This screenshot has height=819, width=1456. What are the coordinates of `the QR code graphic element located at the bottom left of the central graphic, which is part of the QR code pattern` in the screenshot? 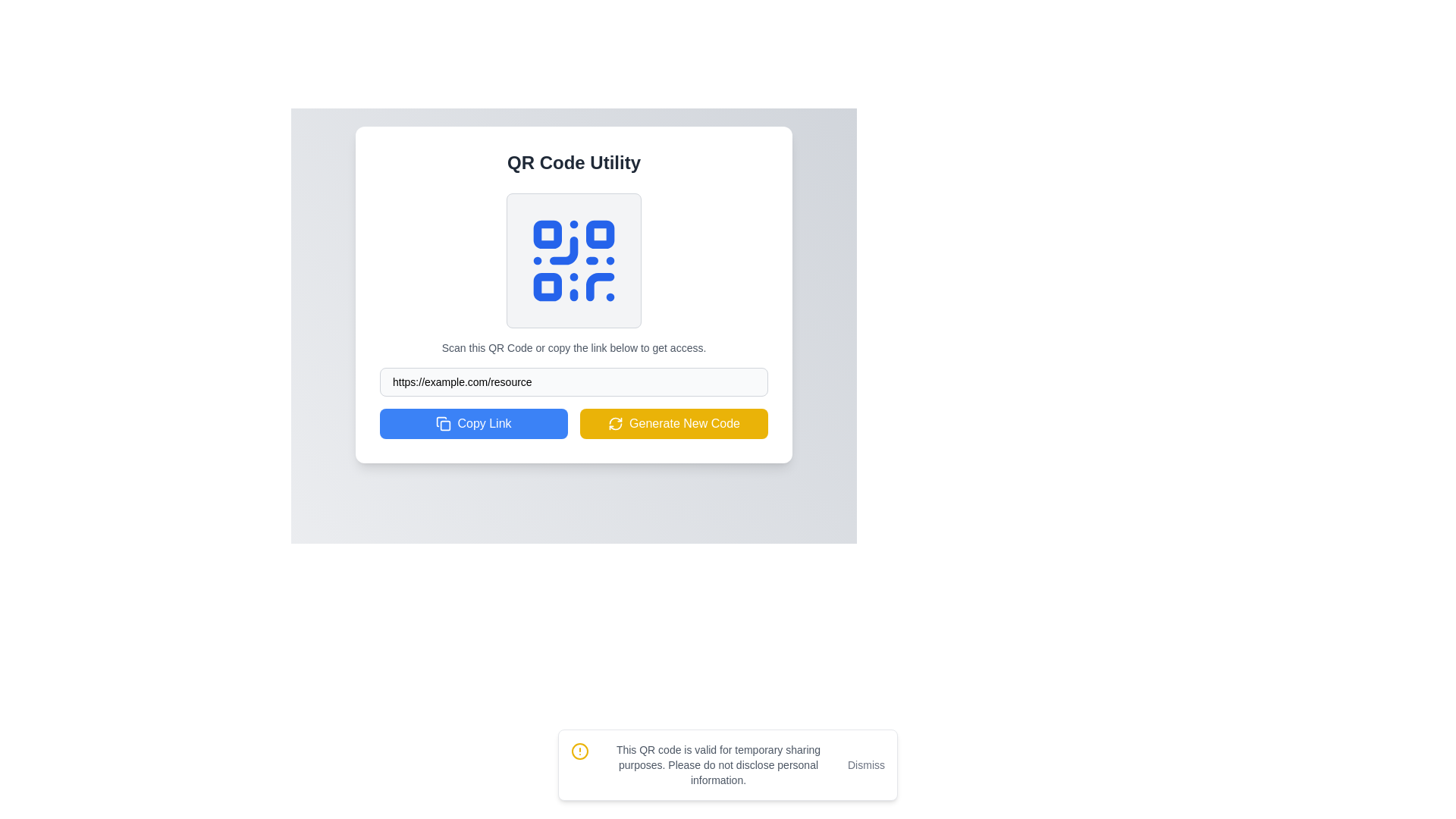 It's located at (563, 249).